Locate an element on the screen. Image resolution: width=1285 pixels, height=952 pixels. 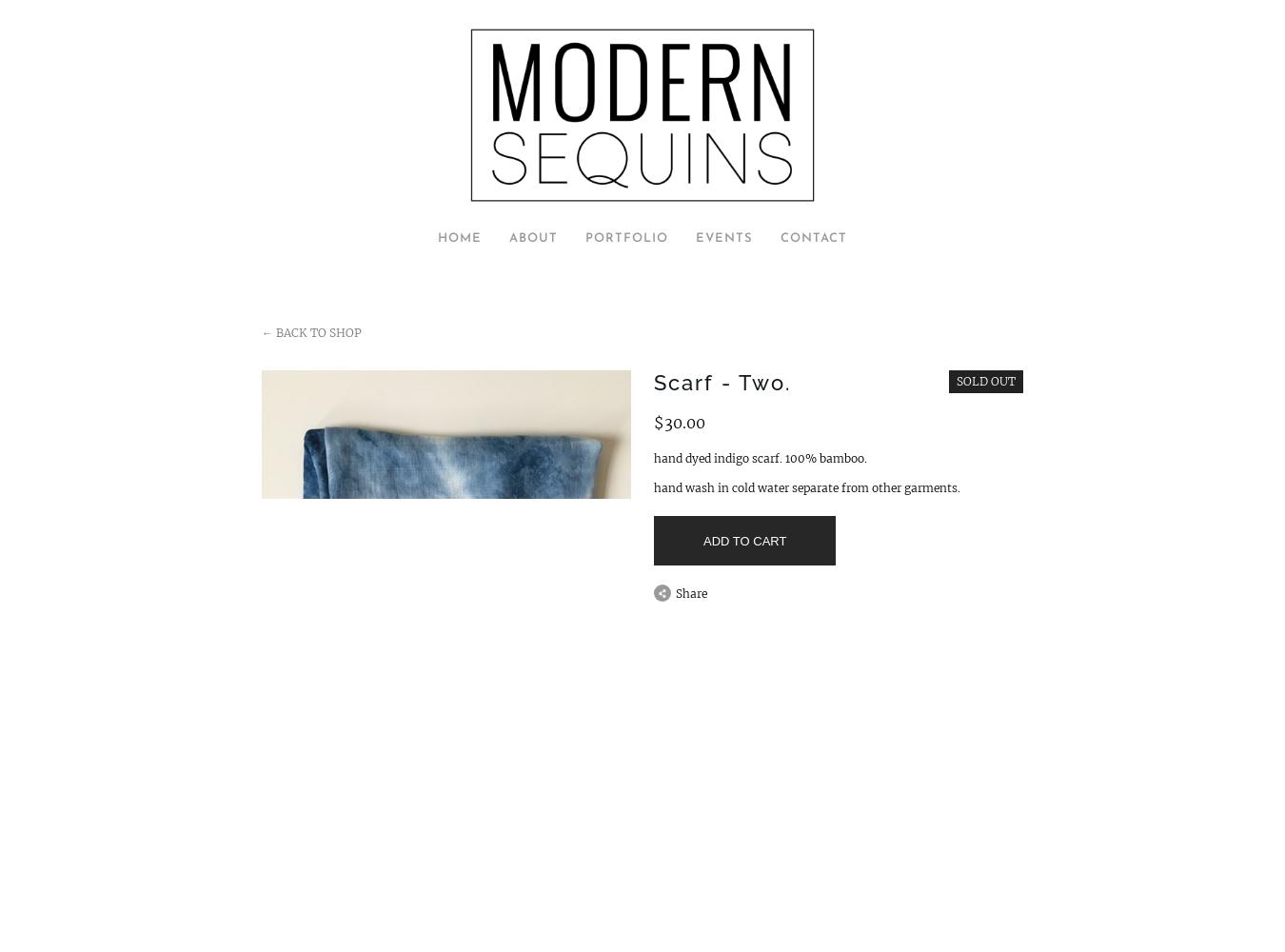
'hand dyed indigo scarf. 100% bamboo.' is located at coordinates (761, 456).